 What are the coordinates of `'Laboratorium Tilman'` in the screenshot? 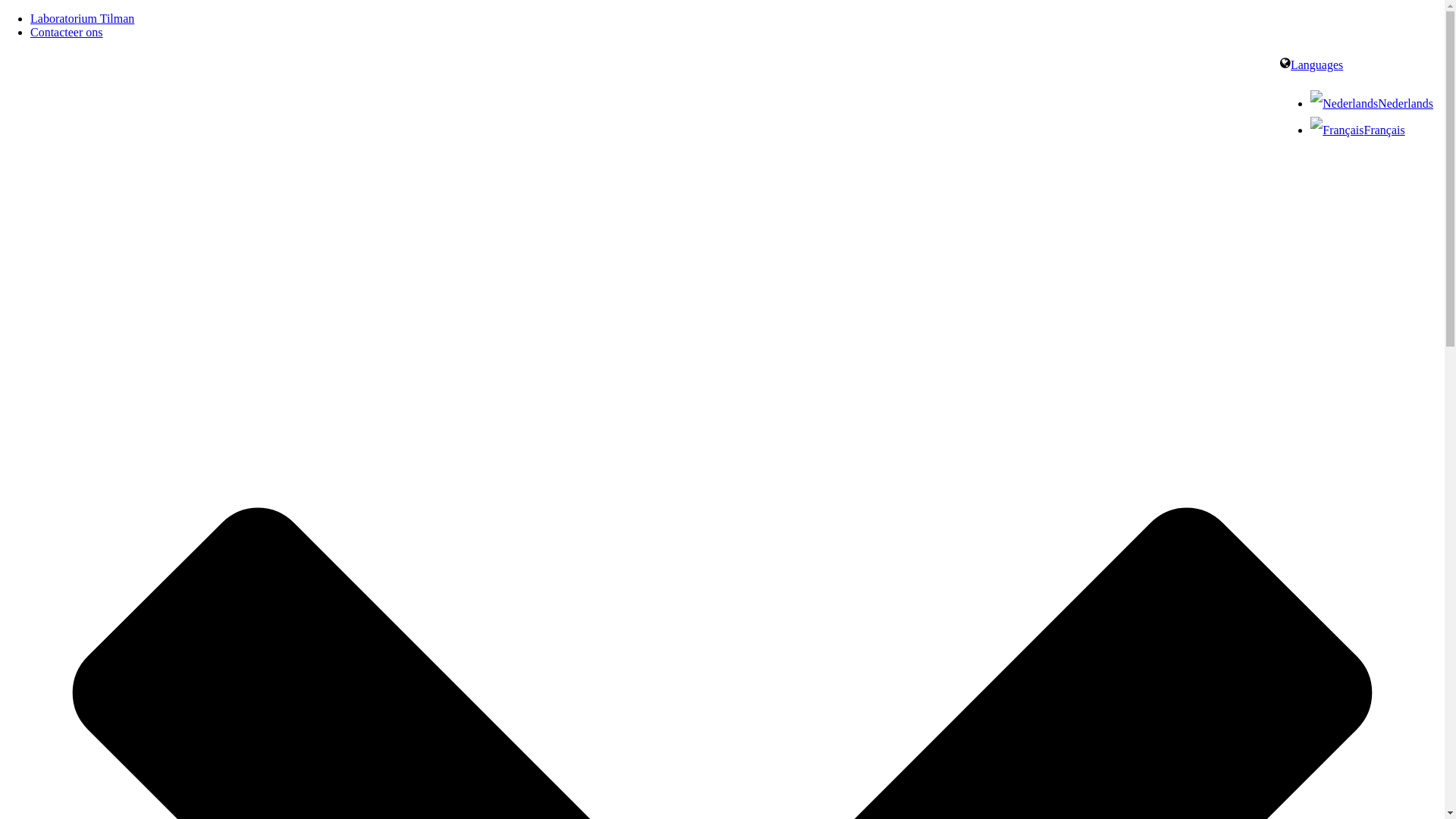 It's located at (81, 18).